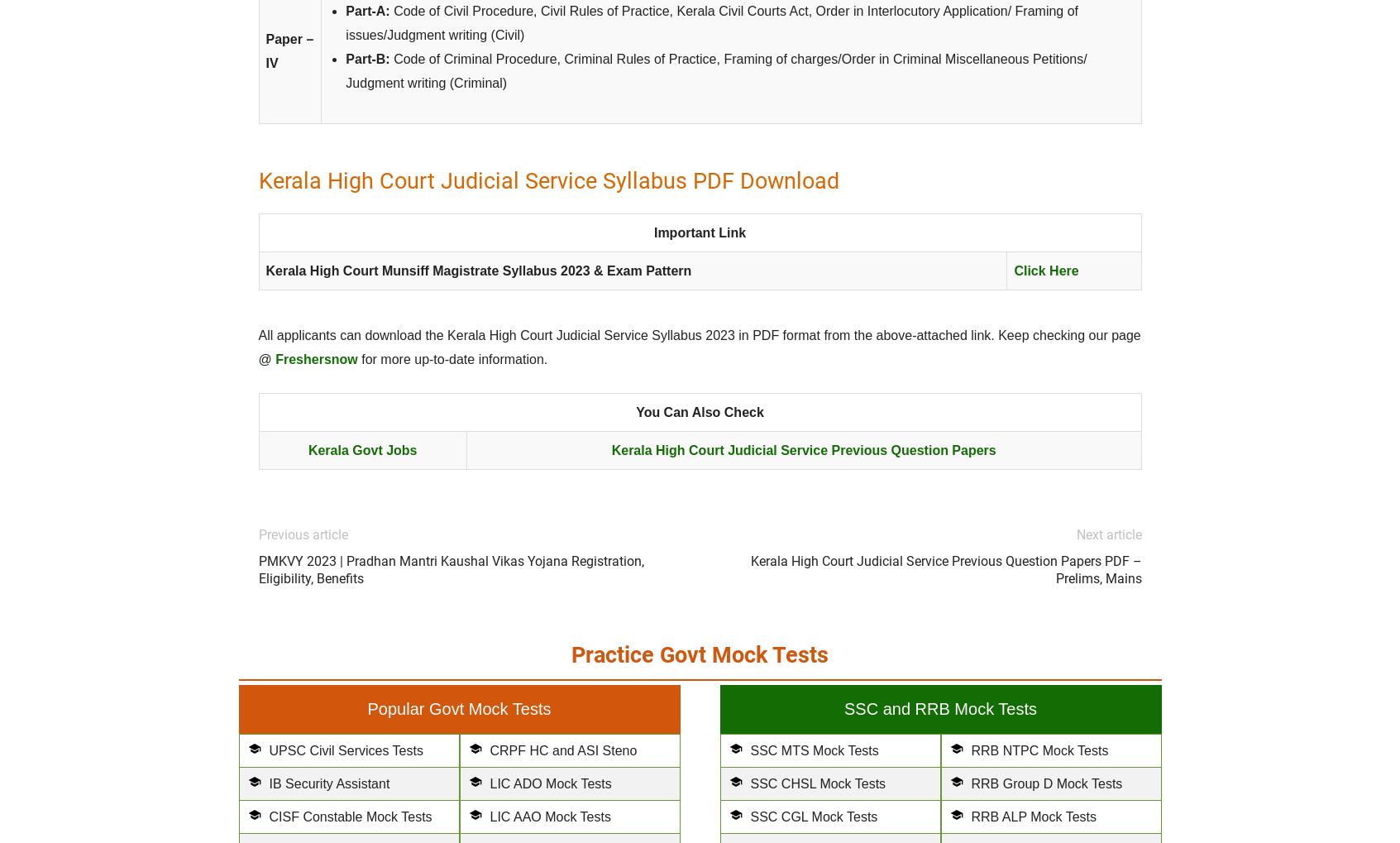 This screenshot has height=843, width=1400. Describe the element at coordinates (366, 10) in the screenshot. I see `'Part-A:'` at that location.